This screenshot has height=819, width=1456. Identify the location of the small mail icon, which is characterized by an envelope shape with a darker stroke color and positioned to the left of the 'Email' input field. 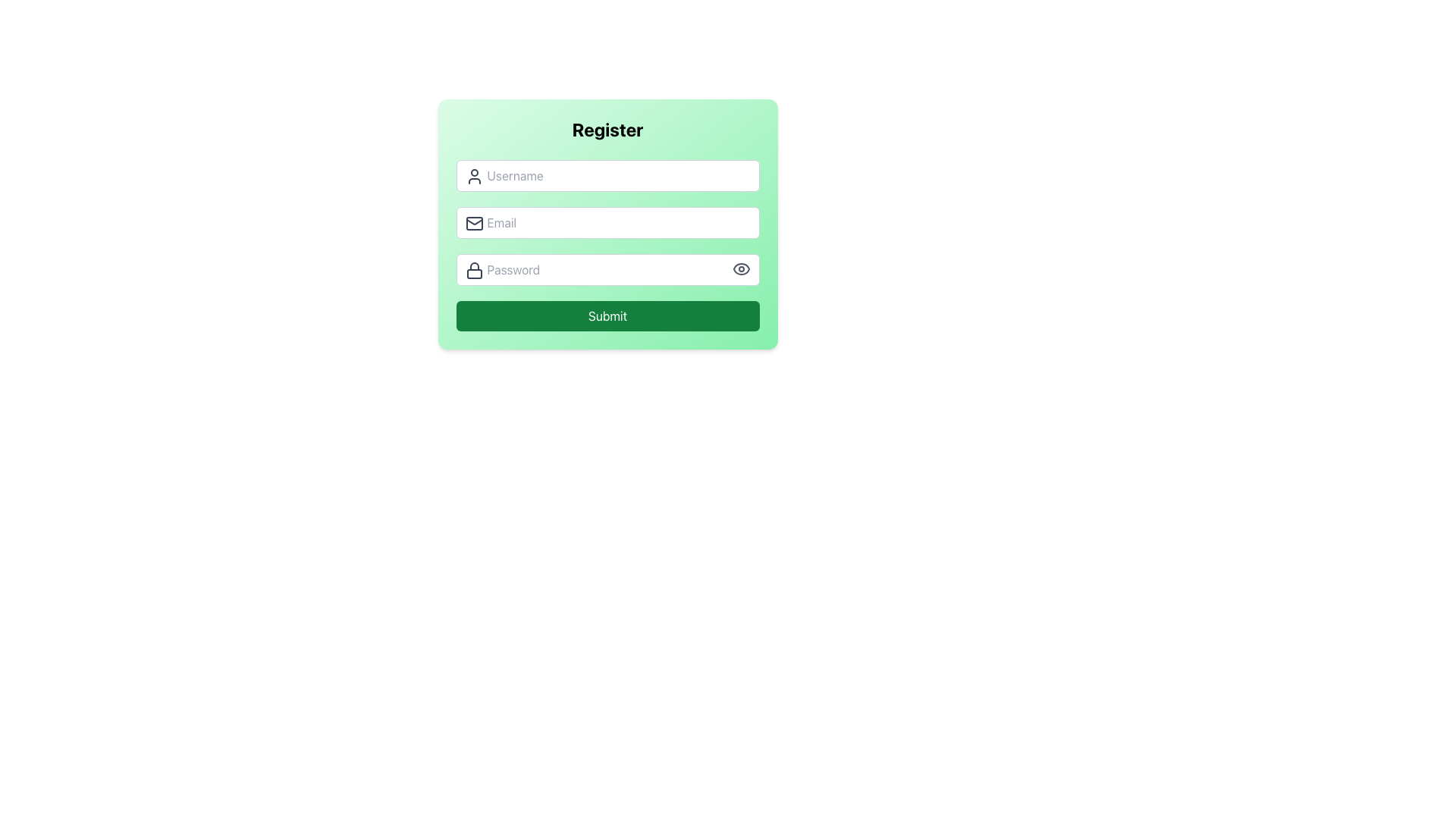
(473, 223).